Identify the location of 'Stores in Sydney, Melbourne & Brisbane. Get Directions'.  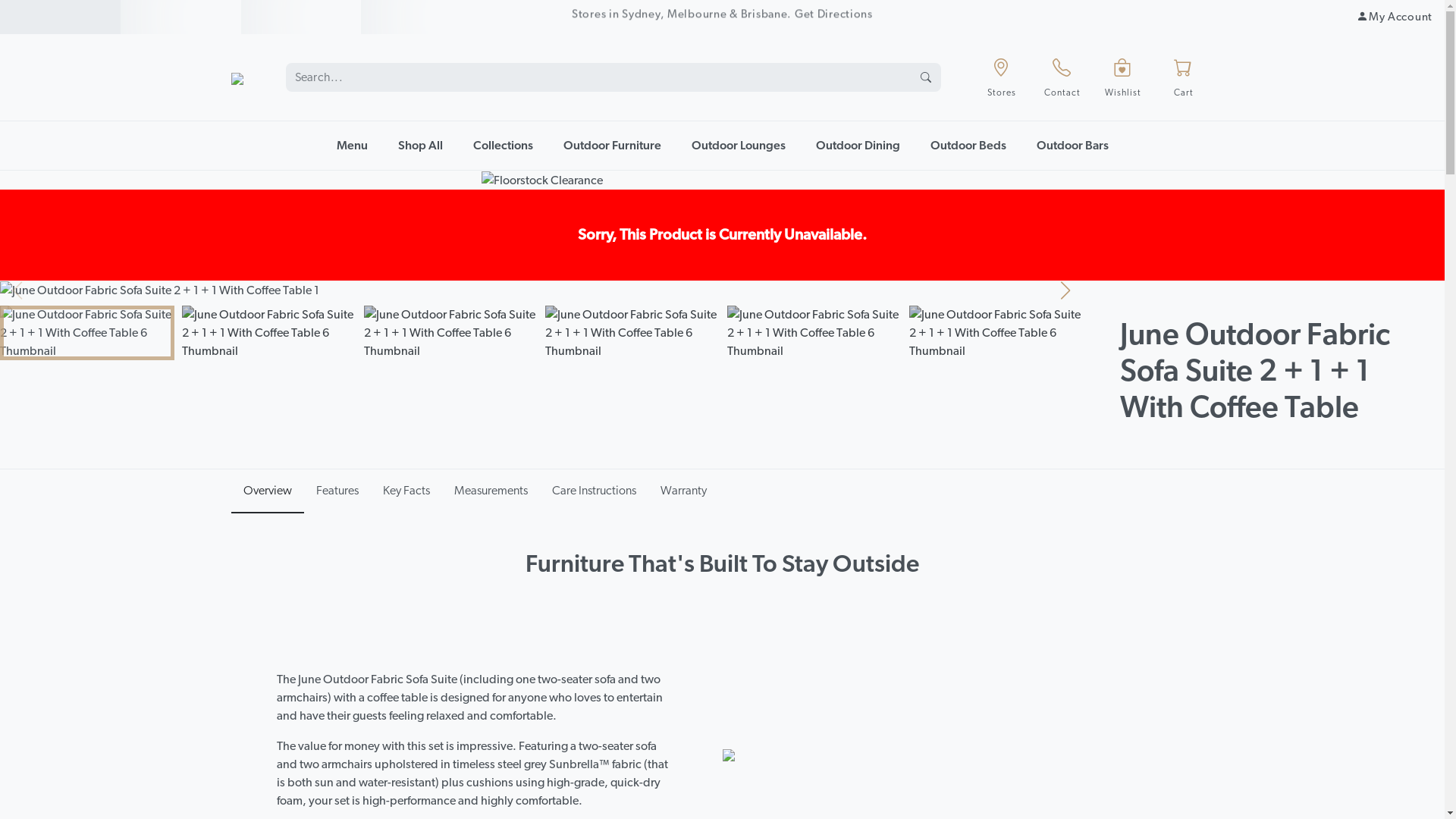
(721, 17).